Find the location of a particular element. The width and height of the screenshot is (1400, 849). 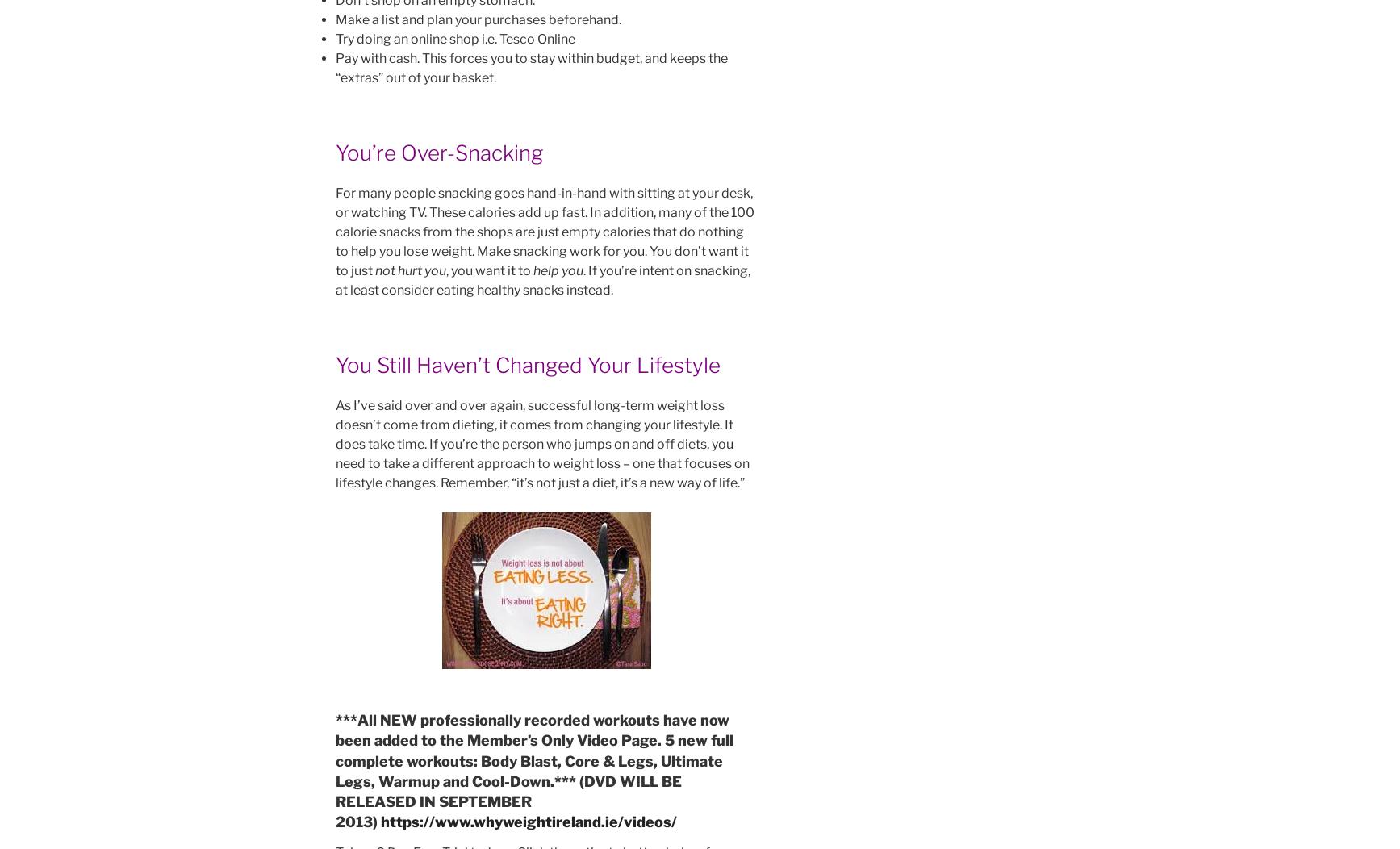

'As I’ve said over and over again, successful long-term weight loss doesn’t come from dieting, it comes from changing your lifestyle. It does take time. If you’re the person who jumps on and off diets, you need to take a different approach to weight loss – one that focuses on lifestyle changes. Remember, “it’s not just a diet, it’s a new way of life.”' is located at coordinates (541, 444).